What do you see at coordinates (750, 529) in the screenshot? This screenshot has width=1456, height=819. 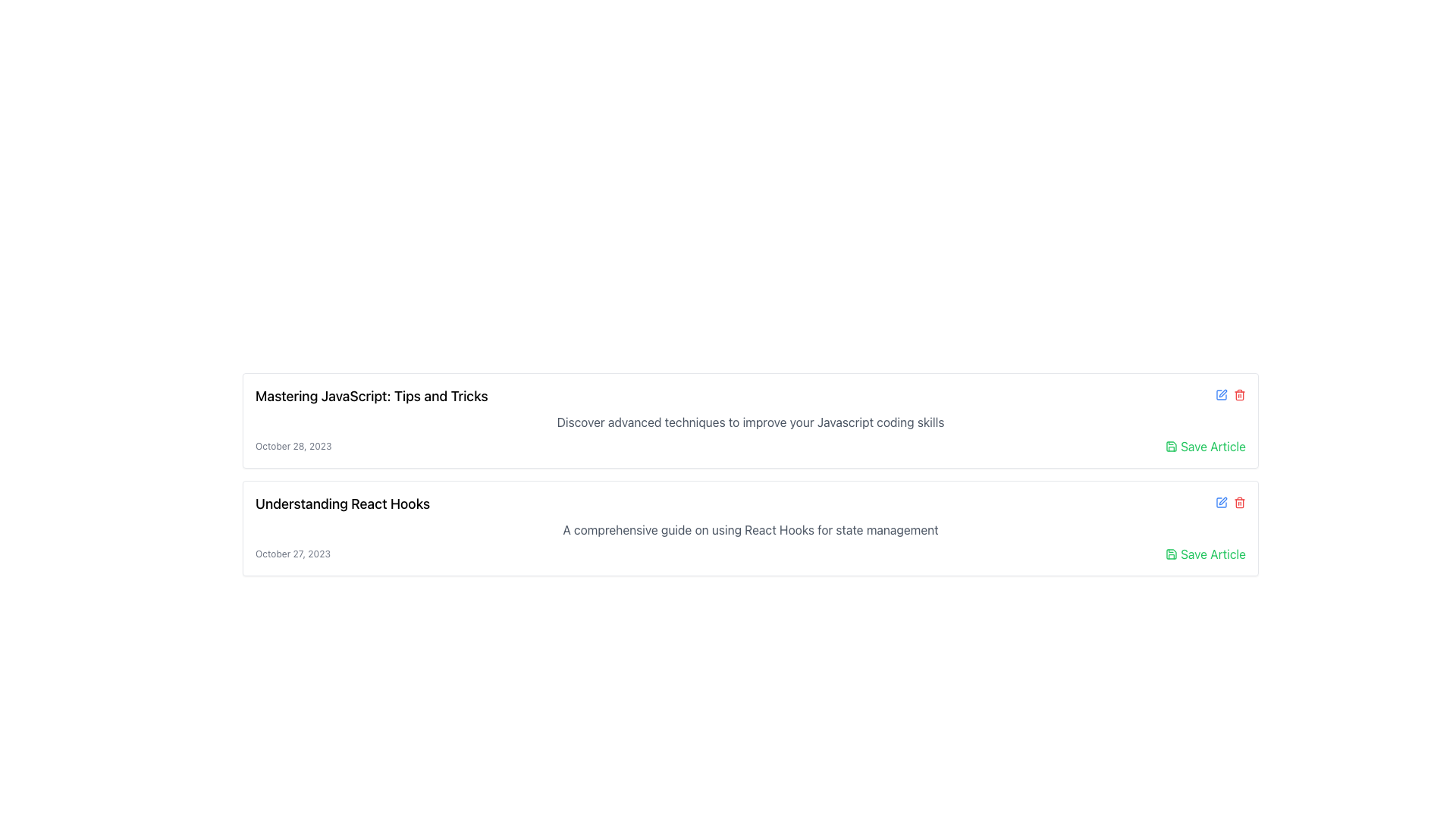 I see `gray-colored text description below the title 'Understanding React Hooks' that states 'A comprehensive guide on using React Hooks for state management'` at bounding box center [750, 529].